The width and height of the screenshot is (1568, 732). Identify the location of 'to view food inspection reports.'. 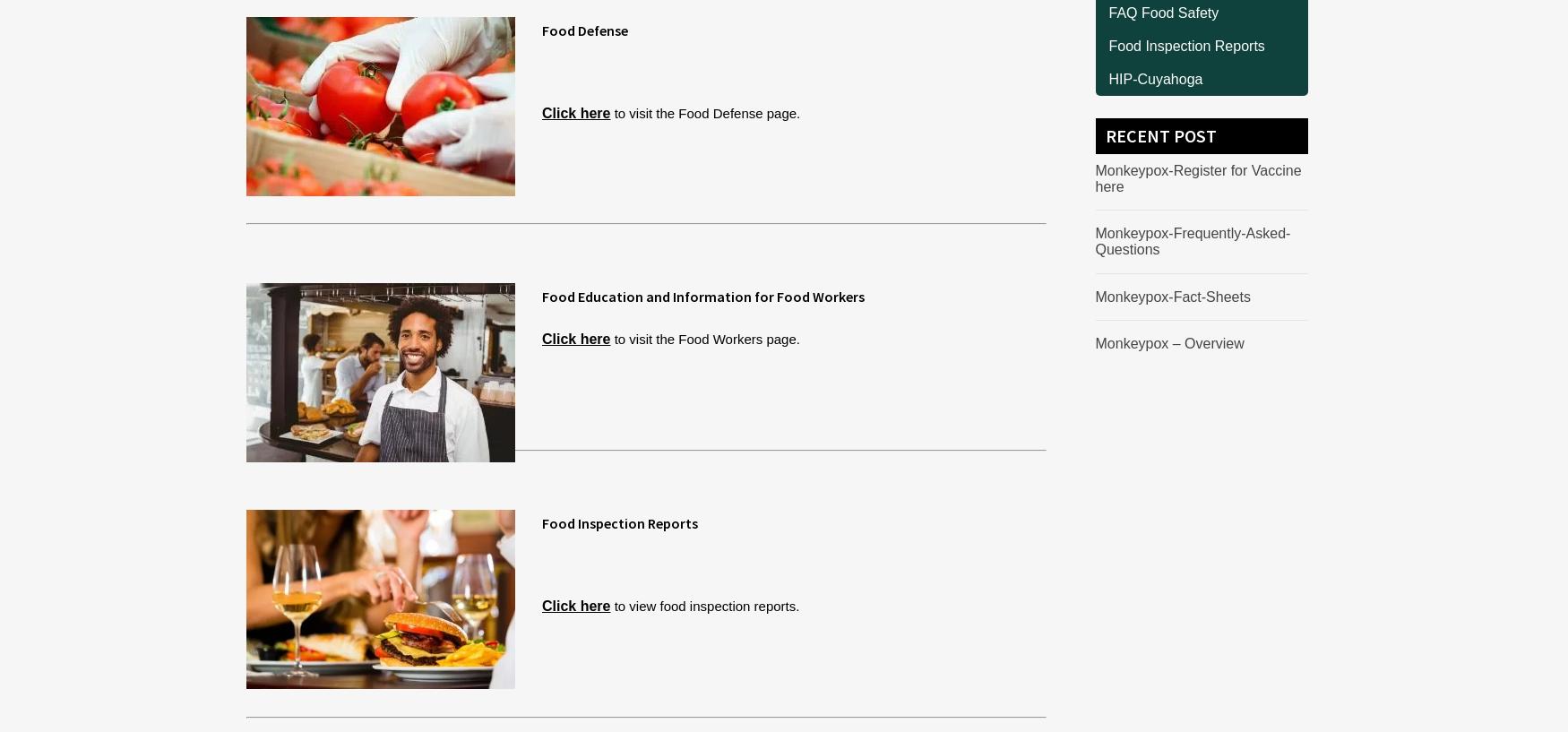
(608, 605).